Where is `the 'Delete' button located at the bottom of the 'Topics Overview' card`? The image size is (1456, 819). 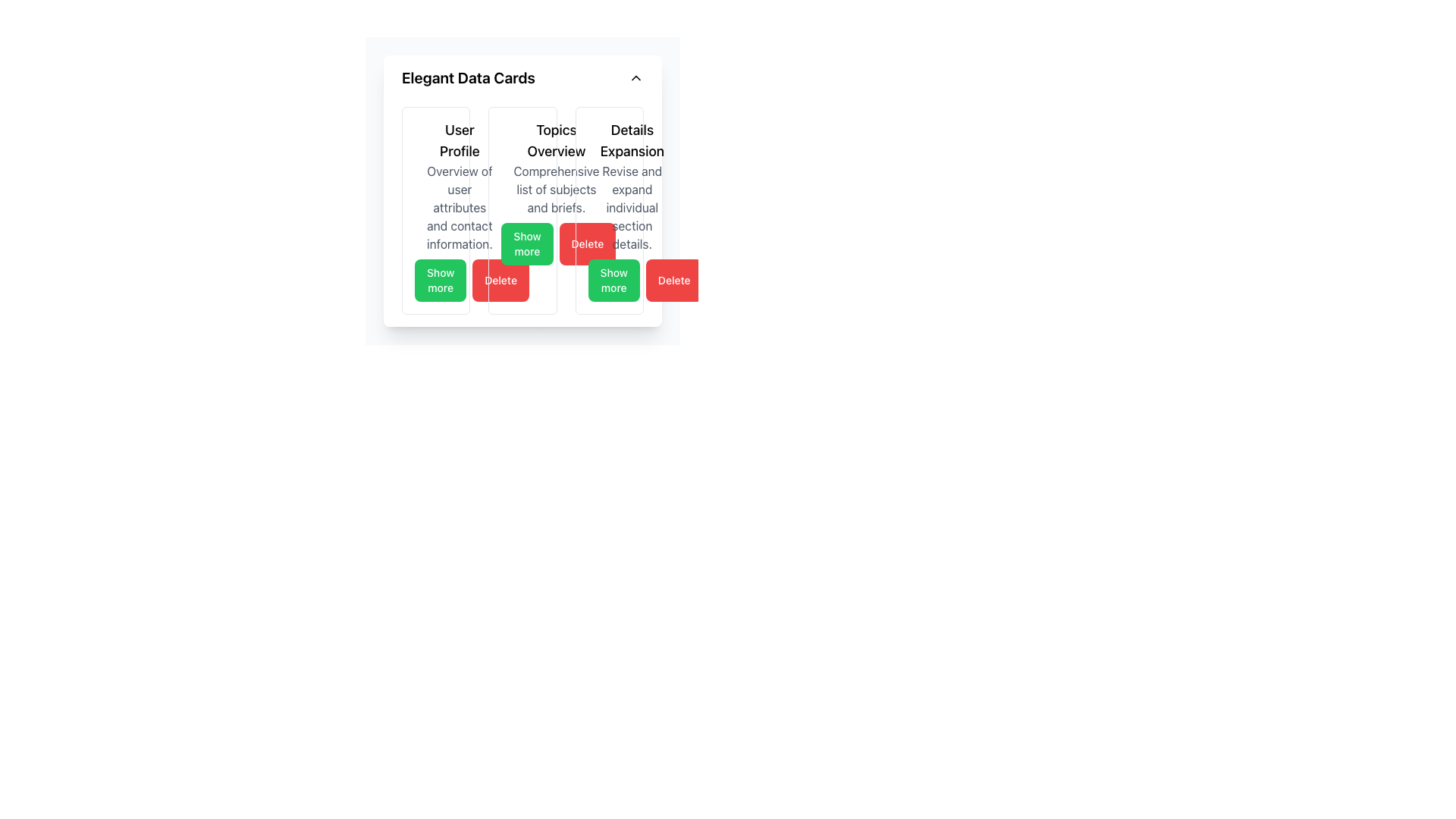 the 'Delete' button located at the bottom of the 'Topics Overview' card is located at coordinates (522, 243).